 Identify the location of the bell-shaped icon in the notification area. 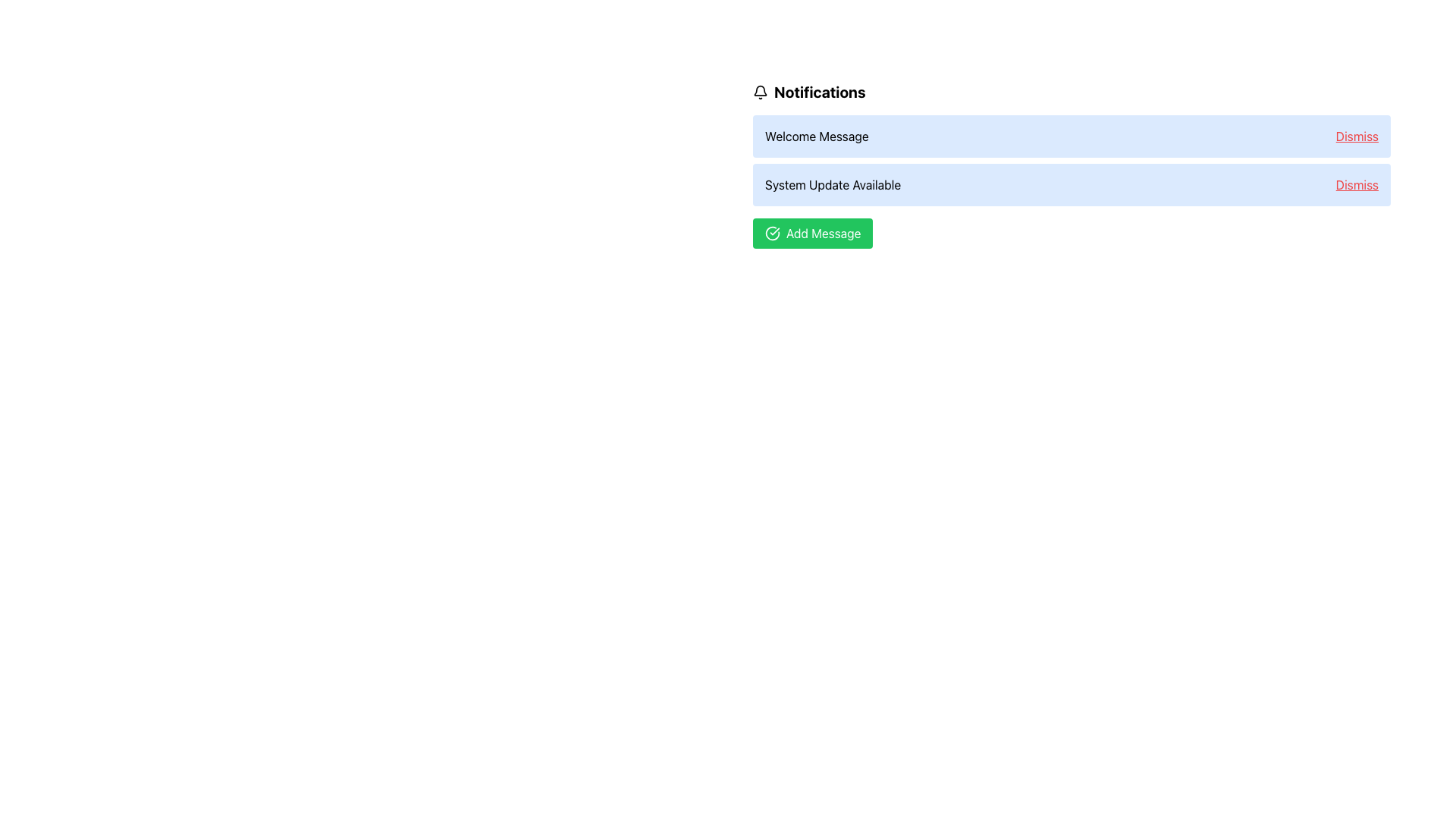
(761, 93).